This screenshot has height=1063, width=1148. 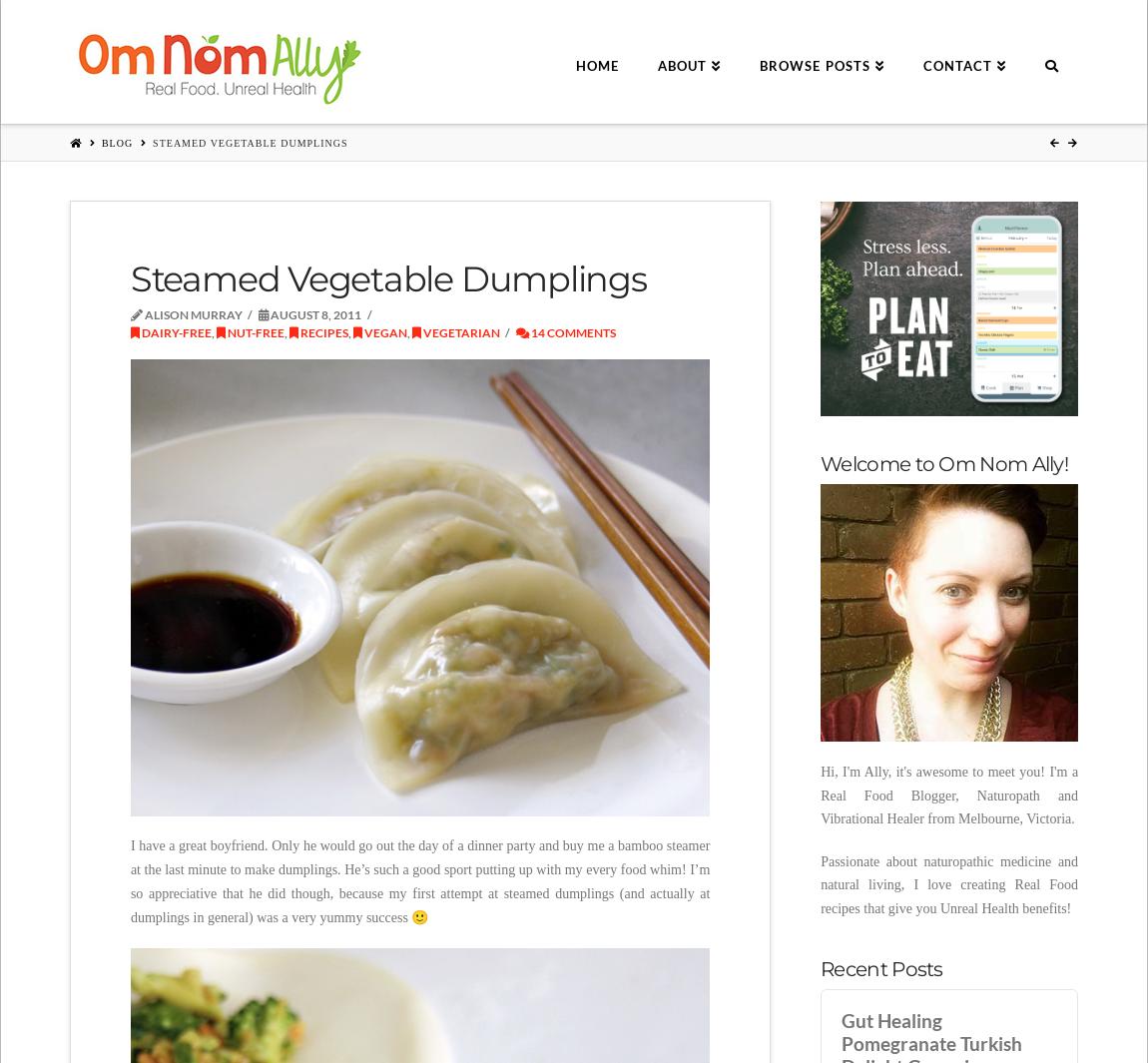 I want to click on 'Vegan', so click(x=361, y=330).